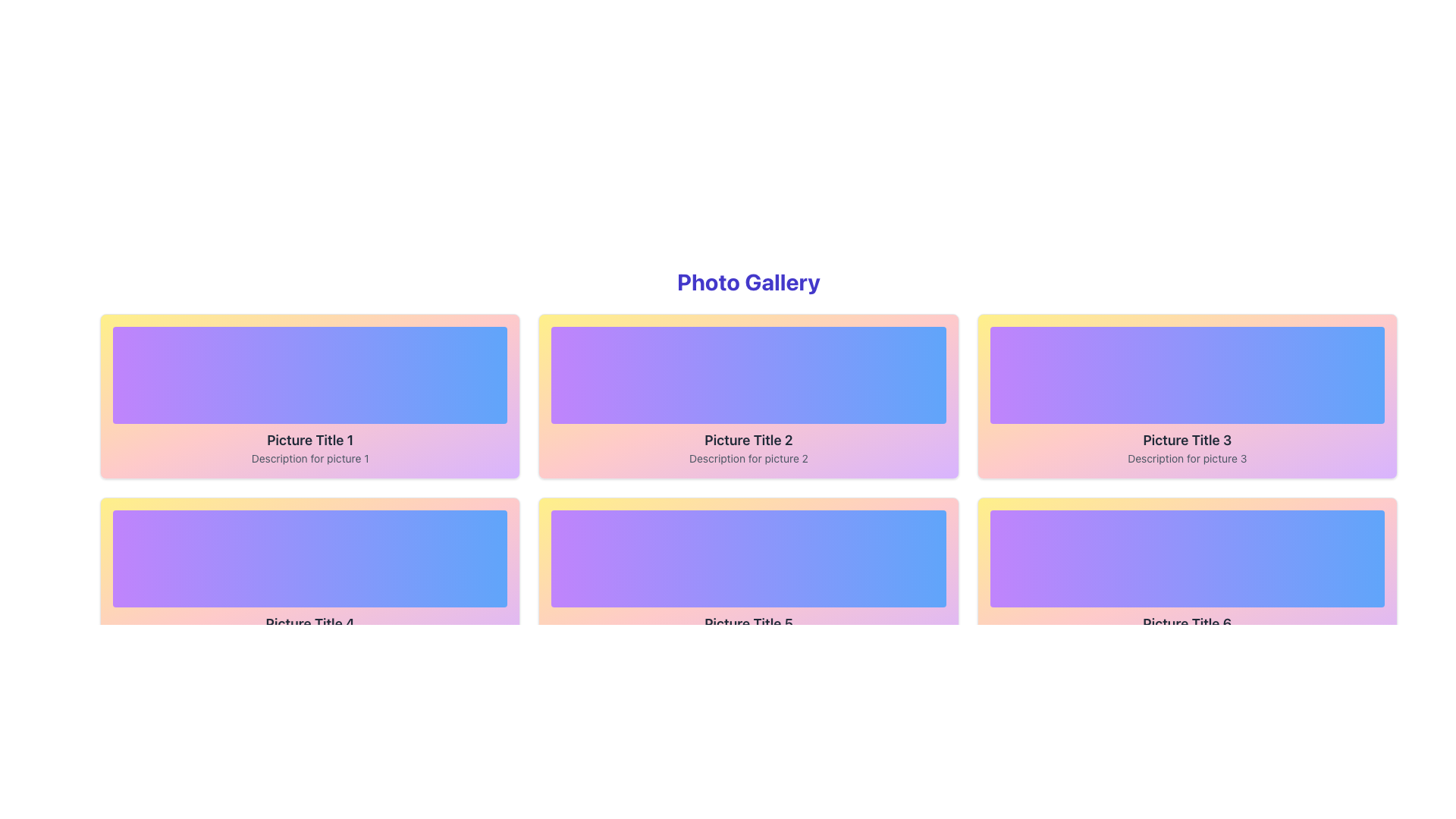  What do you see at coordinates (808, 698) in the screenshot?
I see `the navigational button located at the footer to move to the next page in the list or gallery` at bounding box center [808, 698].